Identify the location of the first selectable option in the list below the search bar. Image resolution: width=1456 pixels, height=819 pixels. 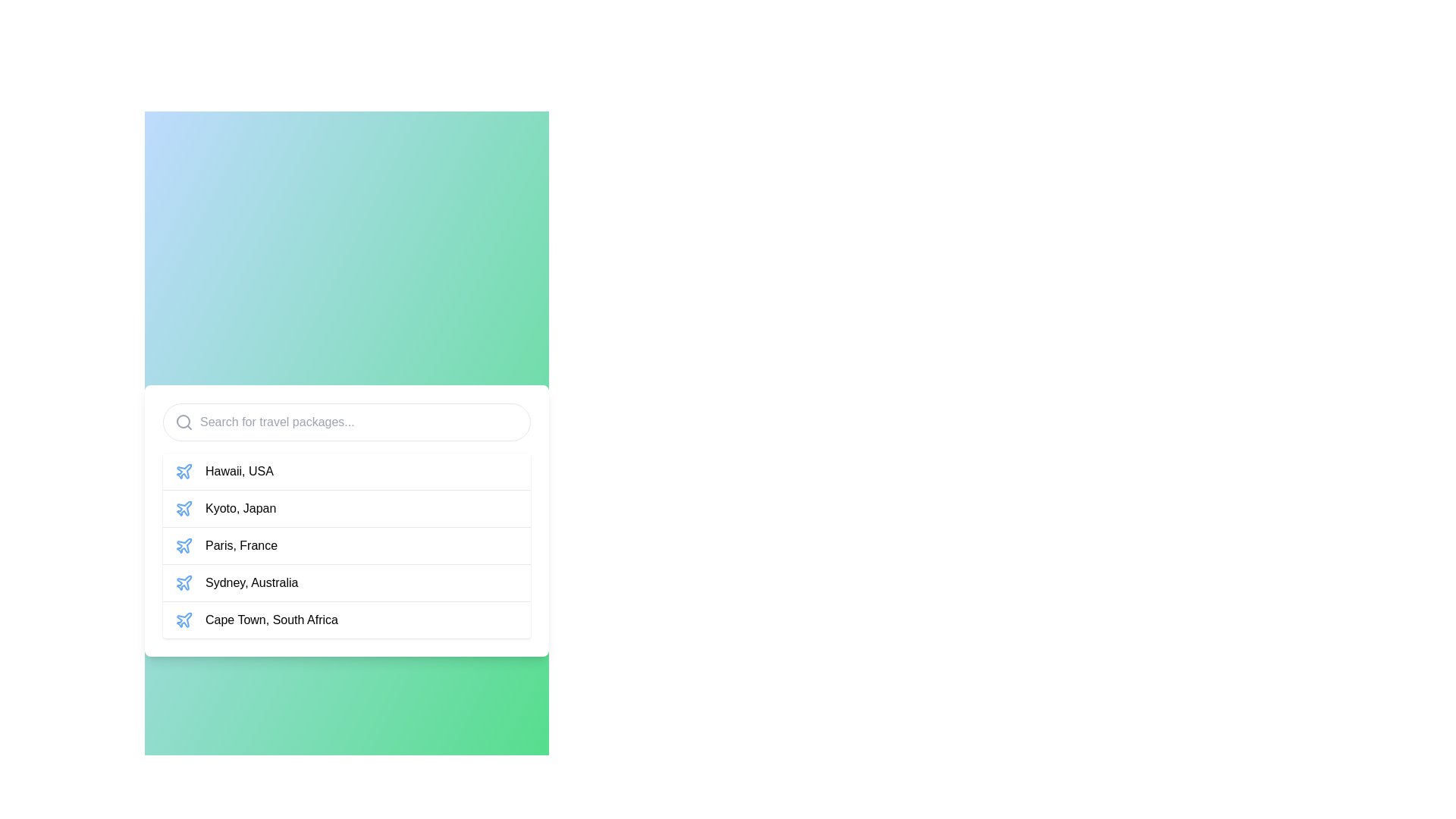
(346, 470).